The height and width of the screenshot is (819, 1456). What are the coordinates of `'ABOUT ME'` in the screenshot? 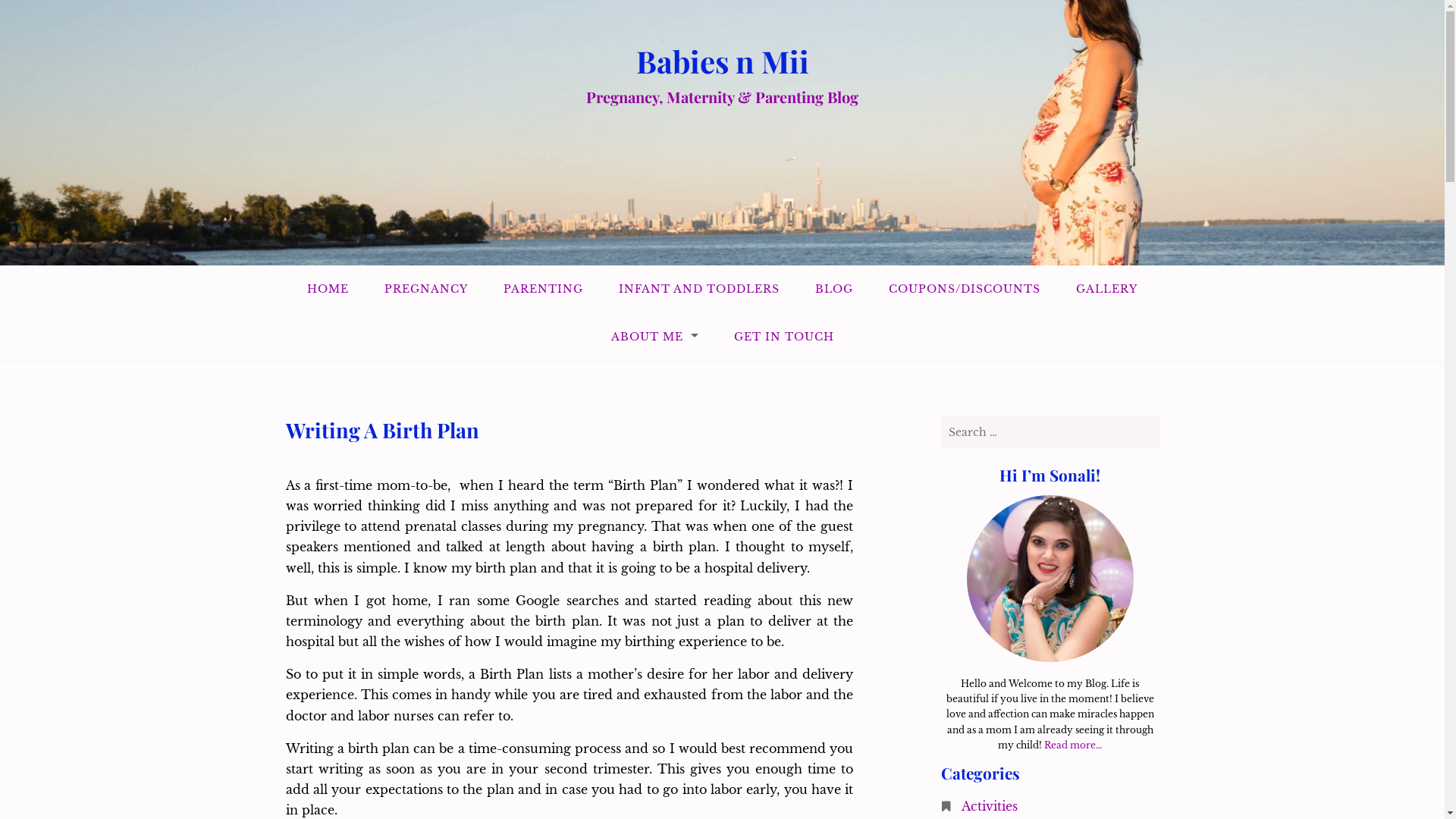 It's located at (654, 336).